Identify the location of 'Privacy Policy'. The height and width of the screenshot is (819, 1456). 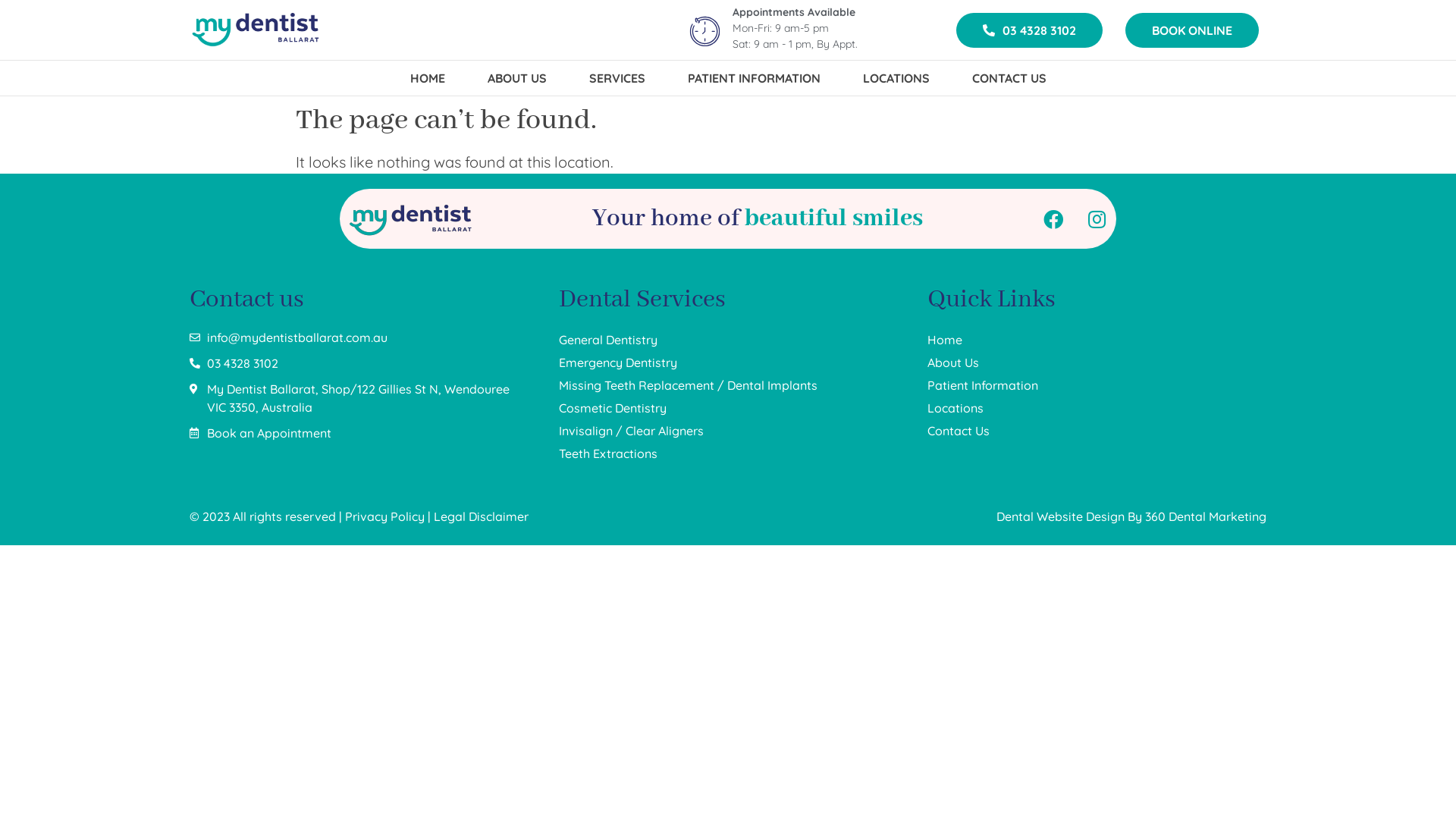
(384, 516).